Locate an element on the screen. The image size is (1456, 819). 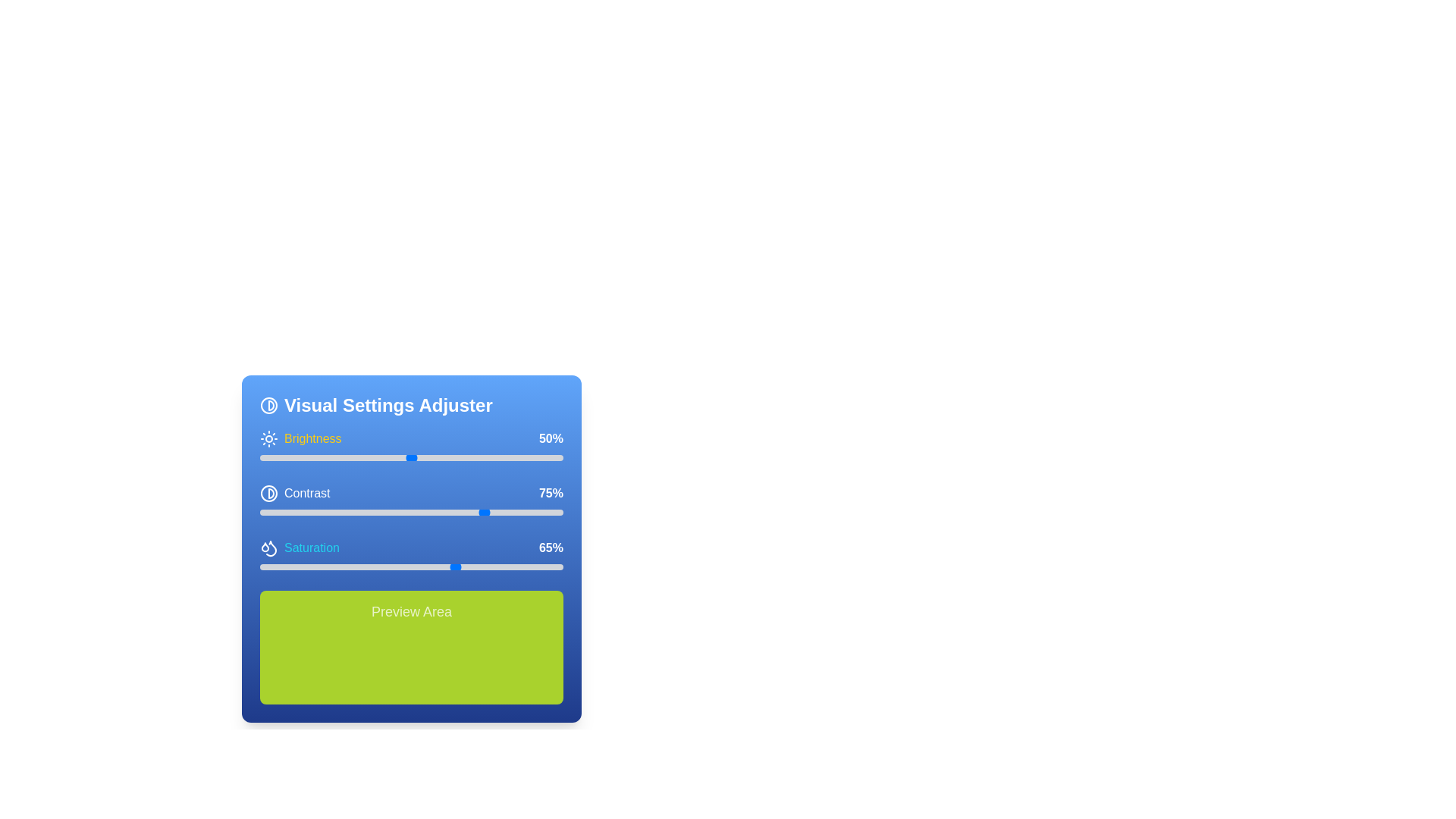
the brightness level is located at coordinates (293, 457).